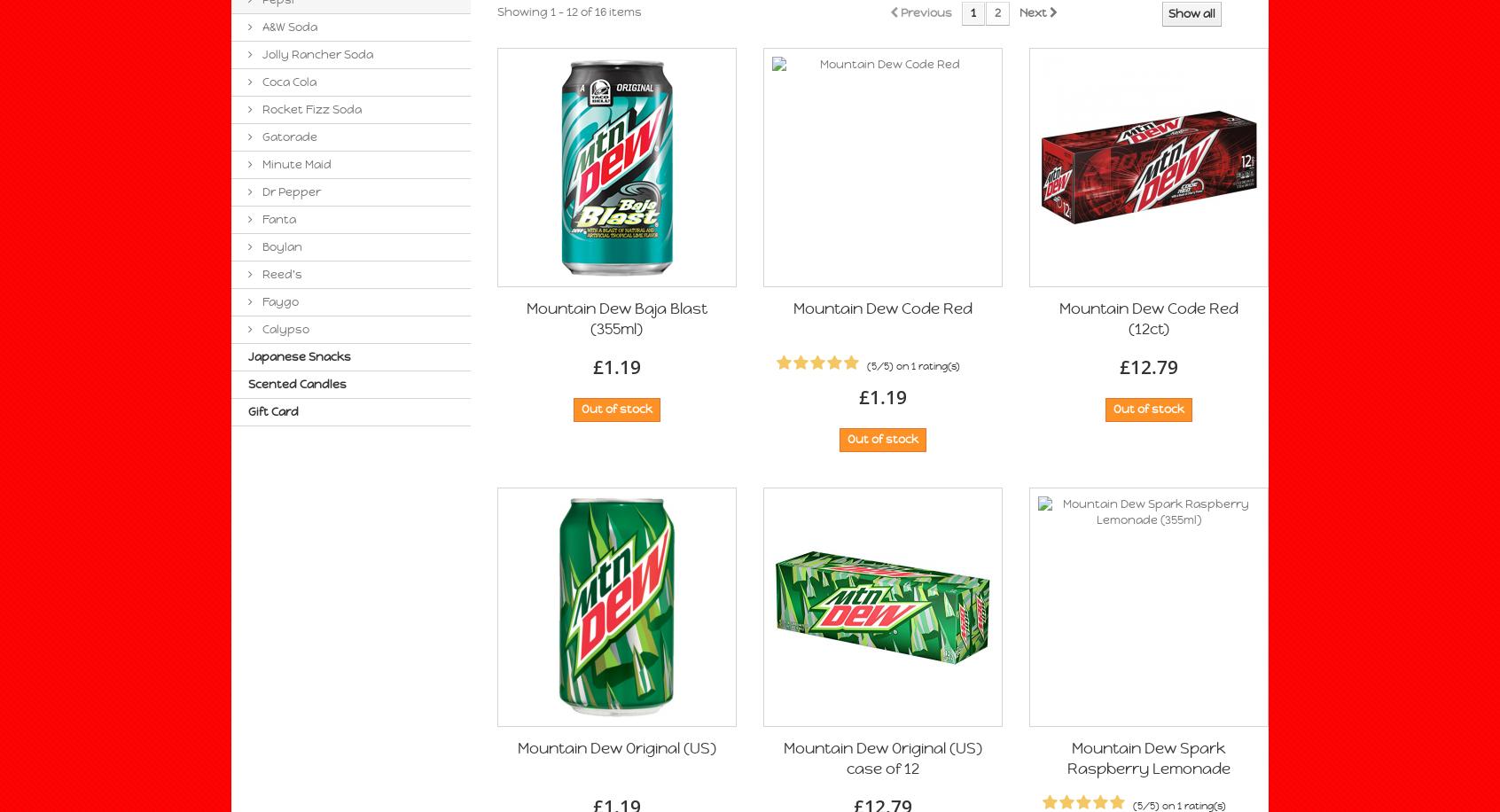 The height and width of the screenshot is (812, 1500). Describe the element at coordinates (294, 163) in the screenshot. I see `'Minute Maid'` at that location.